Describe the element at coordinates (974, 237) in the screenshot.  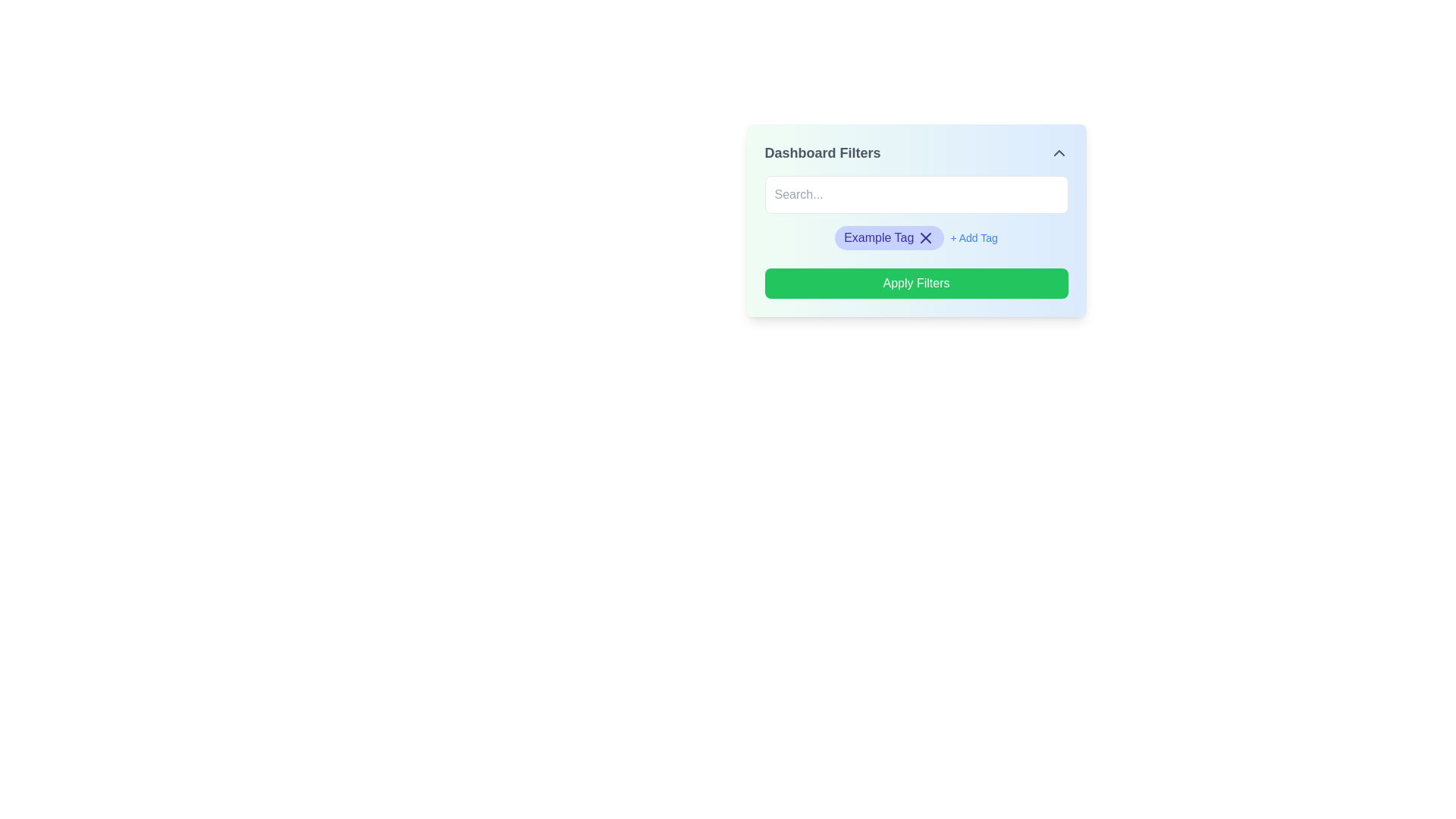
I see `the clickable text located to the right of the 'Example Tag' element in the 'Dashboard Filters' dialog box` at that location.